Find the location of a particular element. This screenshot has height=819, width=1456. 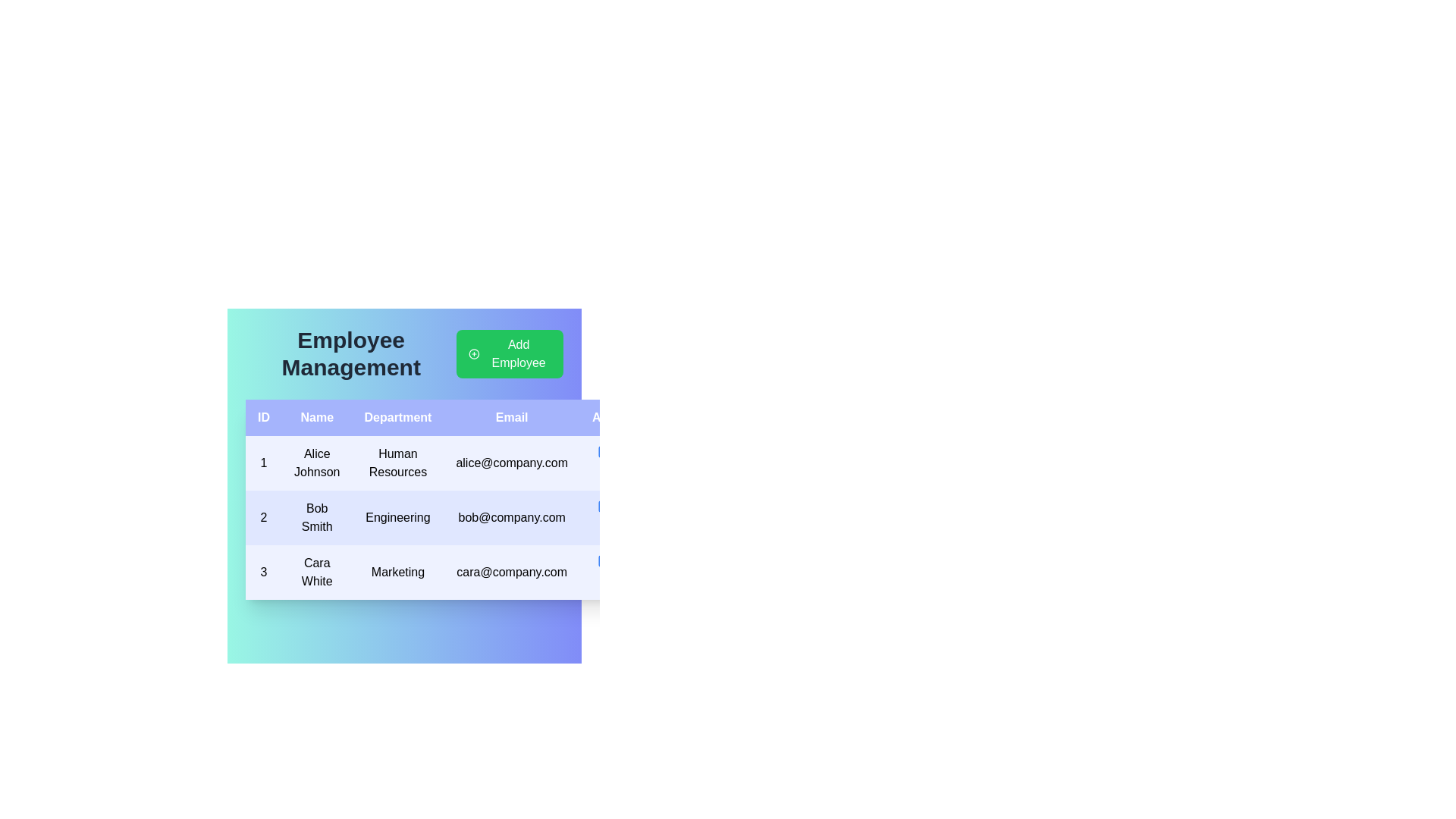

the Text Display element that shows the email 'cara@company.com' in the fourth column of the data table for 'Cara White' in the 'Marketing' department is located at coordinates (512, 573).